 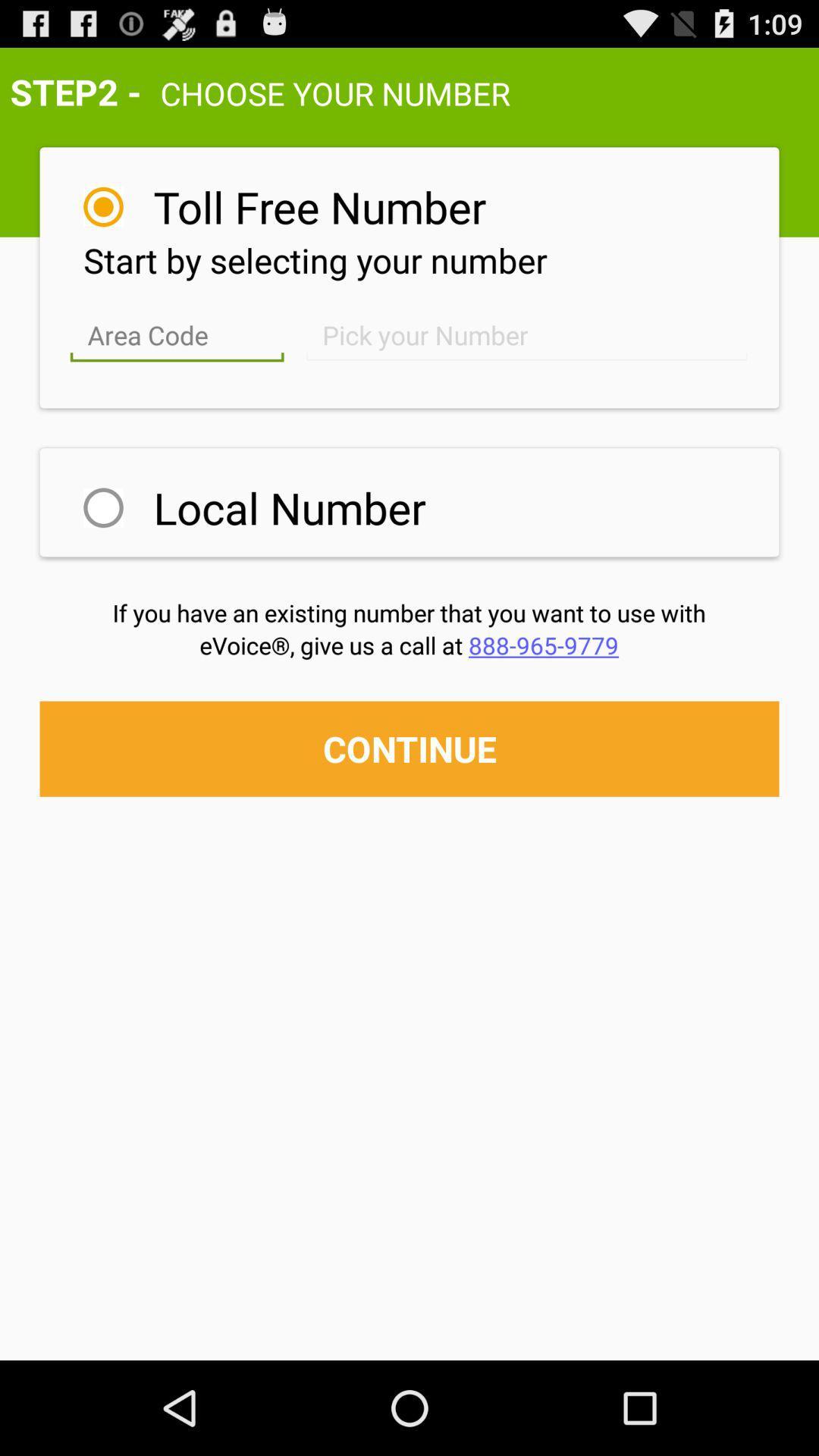 I want to click on item above if you have icon, so click(x=290, y=507).